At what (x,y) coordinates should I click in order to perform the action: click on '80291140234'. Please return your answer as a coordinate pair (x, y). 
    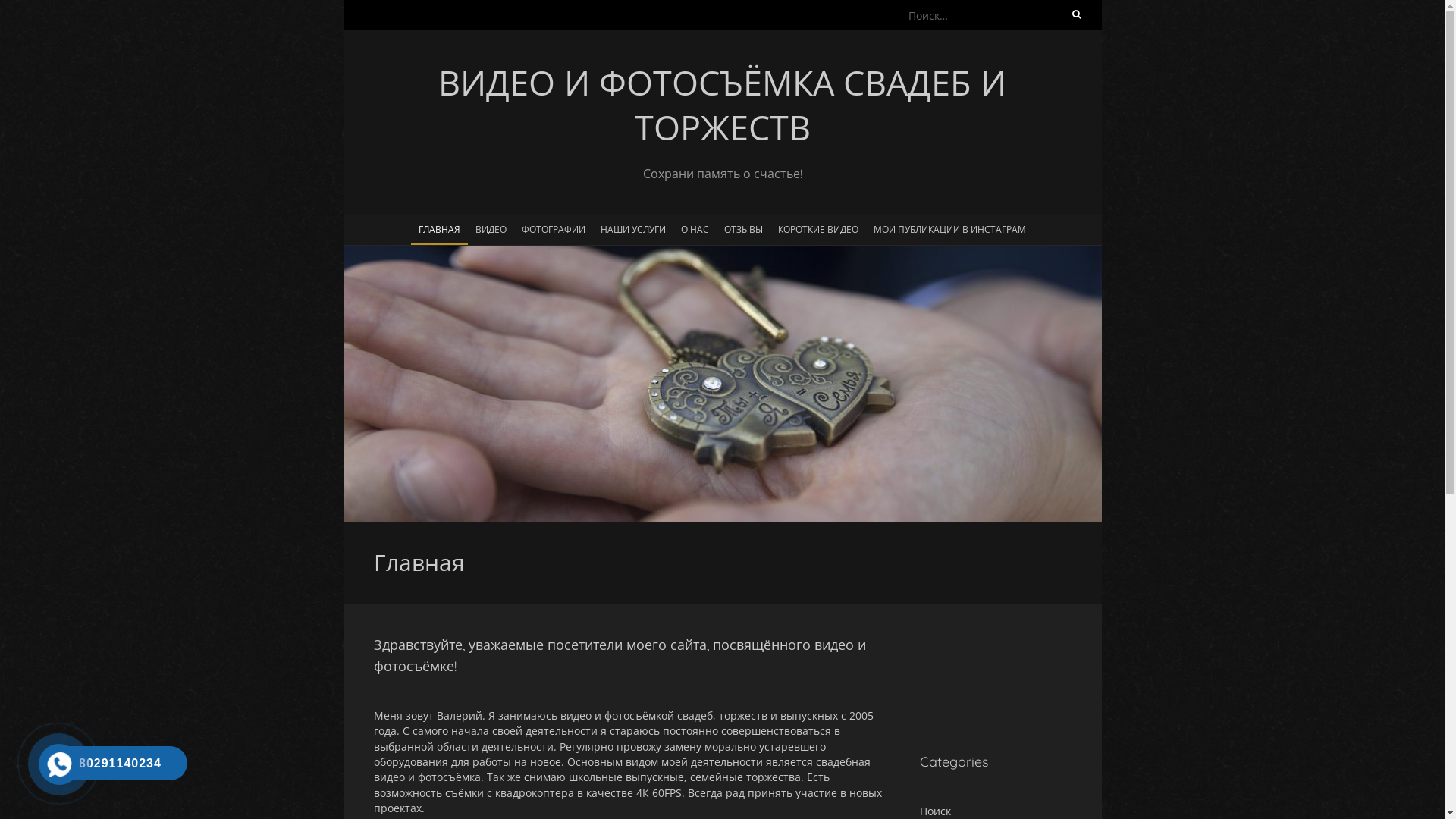
    Looking at the image, I should click on (55, 763).